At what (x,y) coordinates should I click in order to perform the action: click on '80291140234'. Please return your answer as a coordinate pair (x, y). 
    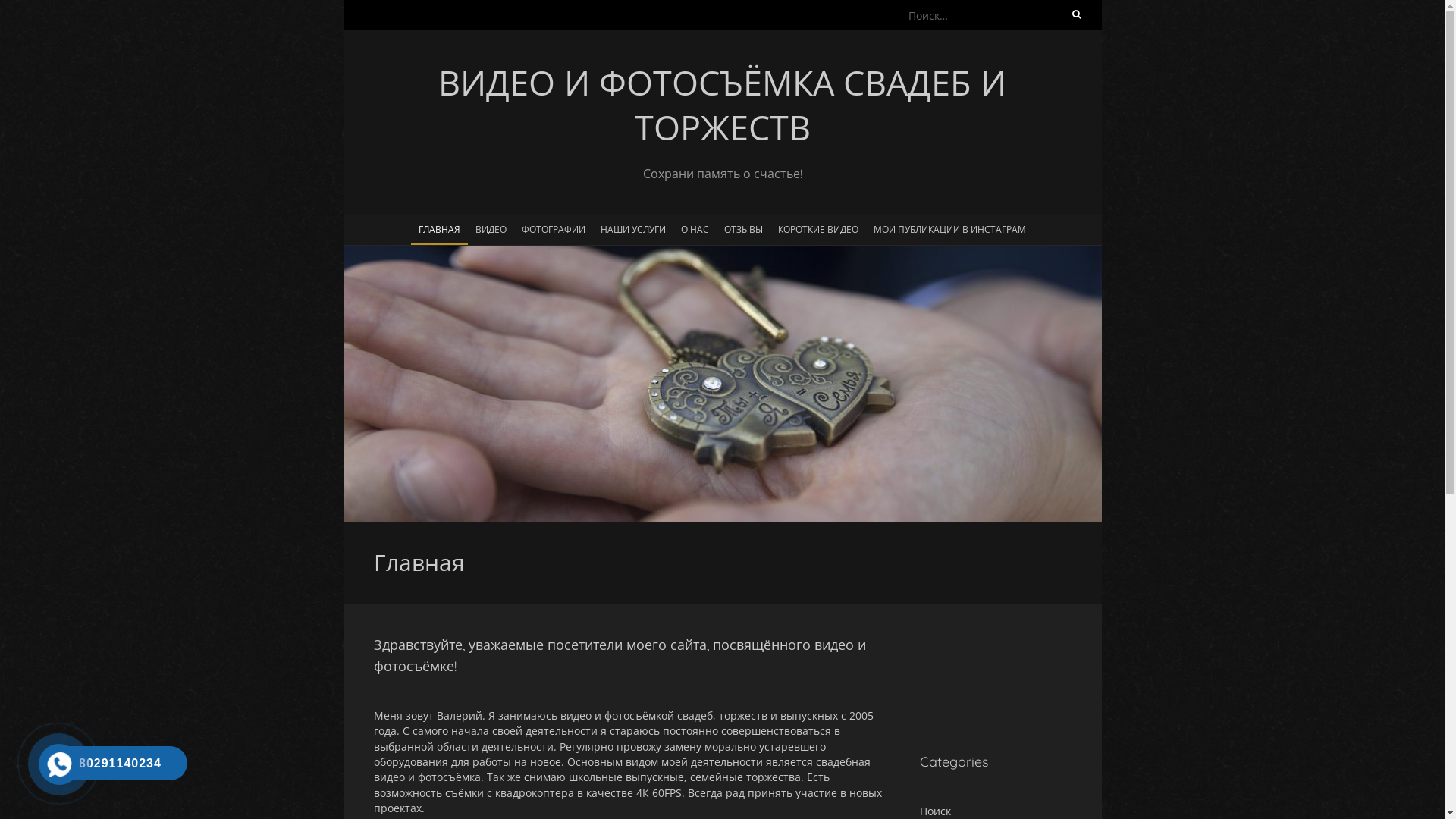
    Looking at the image, I should click on (55, 763).